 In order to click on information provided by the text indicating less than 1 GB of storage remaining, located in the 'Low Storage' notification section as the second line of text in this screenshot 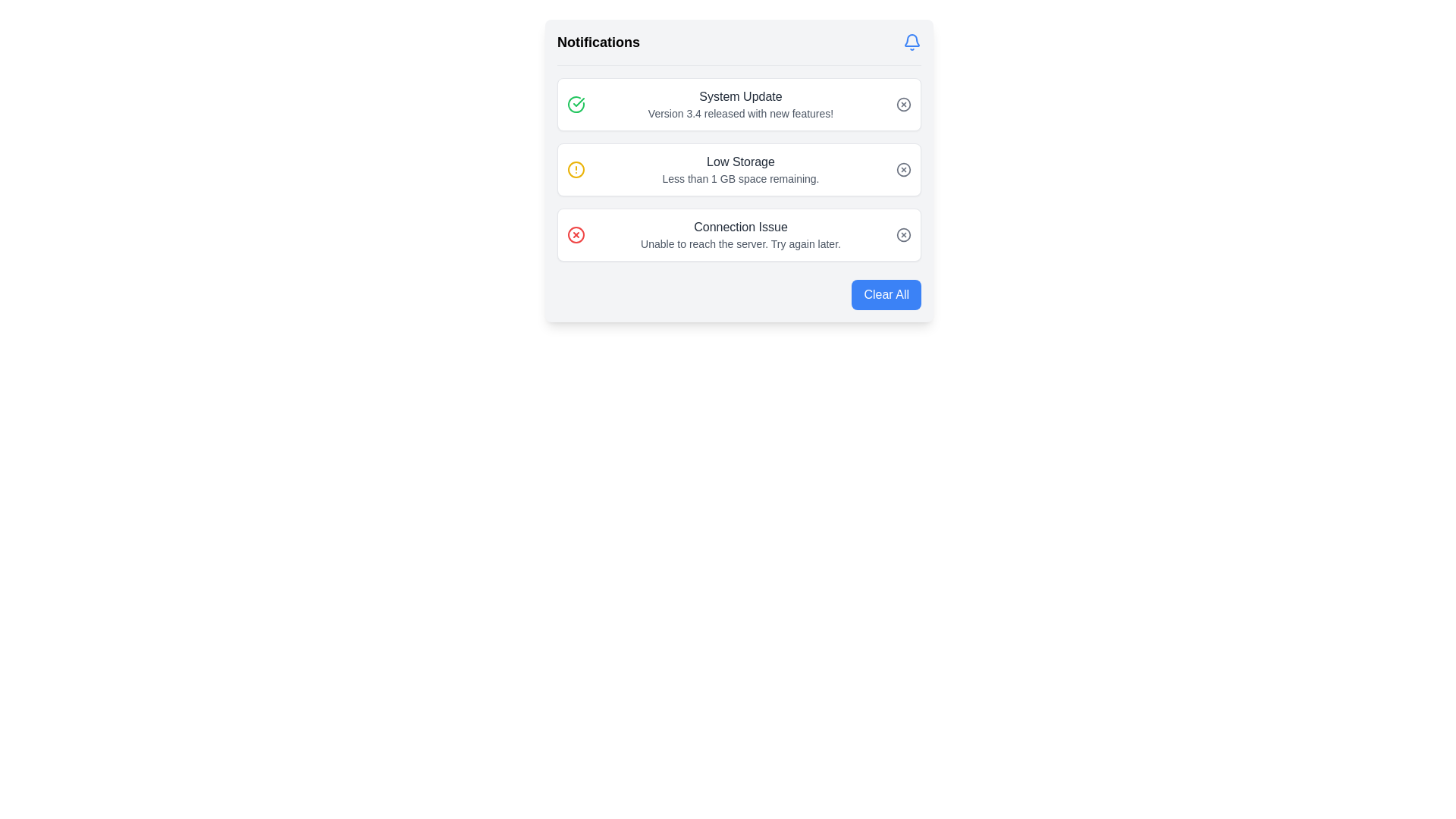, I will do `click(741, 177)`.